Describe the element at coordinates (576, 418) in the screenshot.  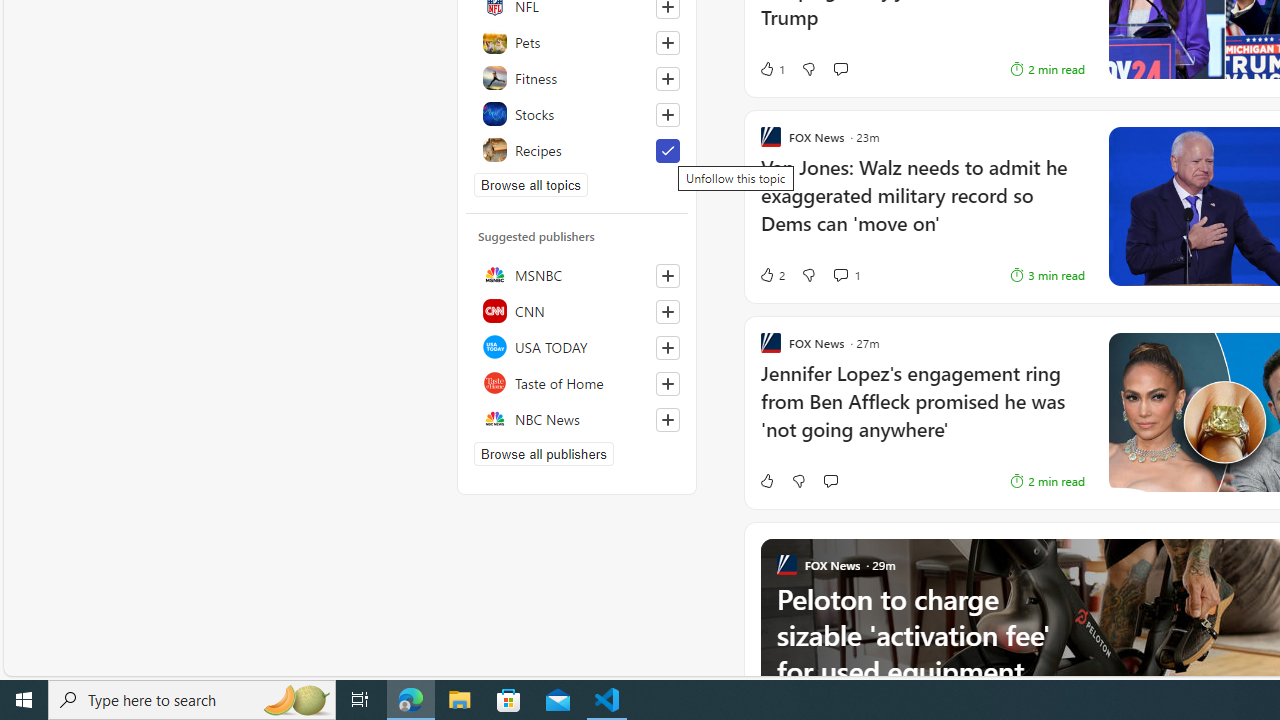
I see `'NBC News'` at that location.